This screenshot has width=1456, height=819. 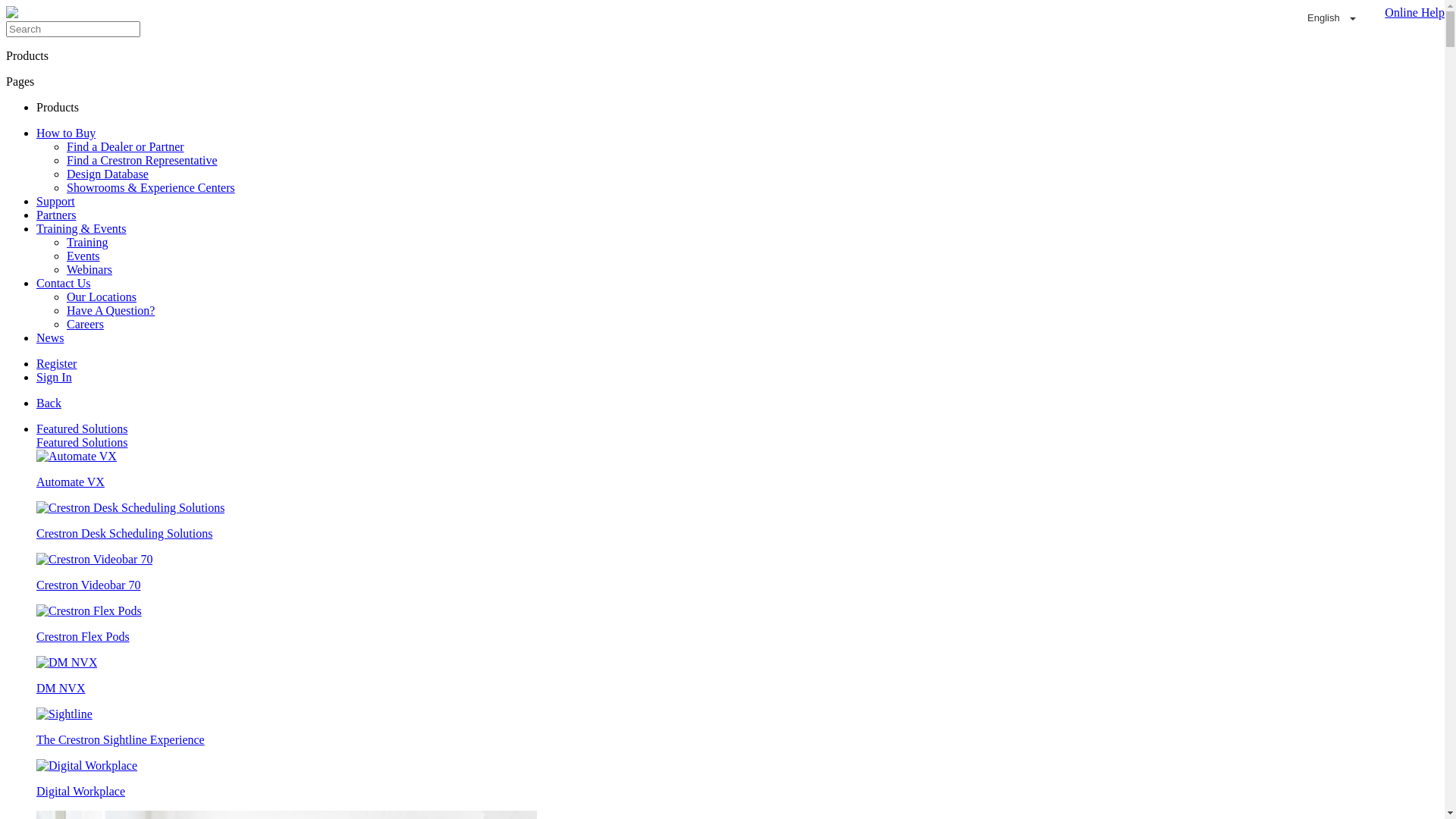 What do you see at coordinates (109, 309) in the screenshot?
I see `'Have A Question?'` at bounding box center [109, 309].